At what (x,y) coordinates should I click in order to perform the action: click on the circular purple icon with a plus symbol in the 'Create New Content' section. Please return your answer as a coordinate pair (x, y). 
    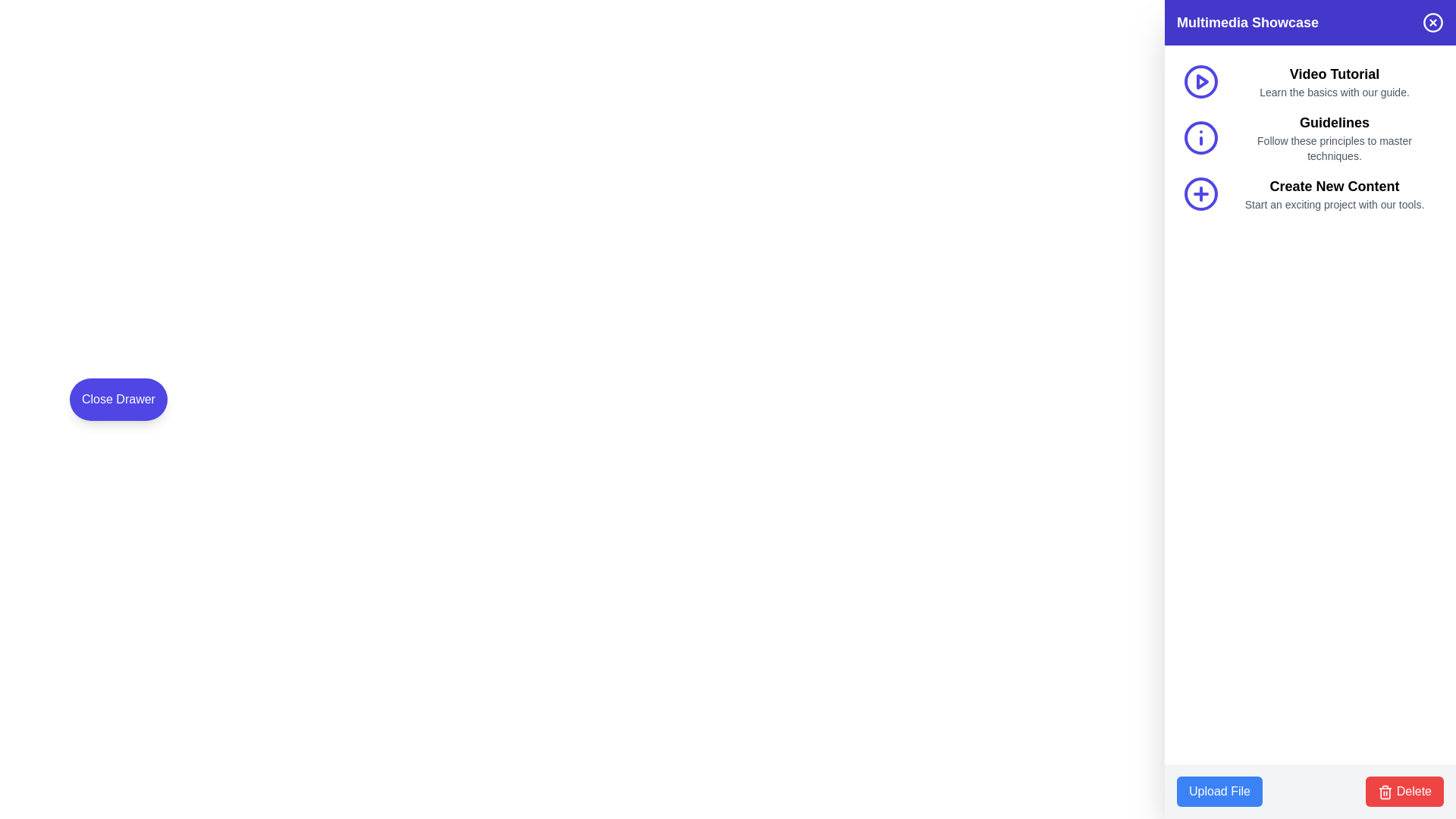
    Looking at the image, I should click on (1200, 193).